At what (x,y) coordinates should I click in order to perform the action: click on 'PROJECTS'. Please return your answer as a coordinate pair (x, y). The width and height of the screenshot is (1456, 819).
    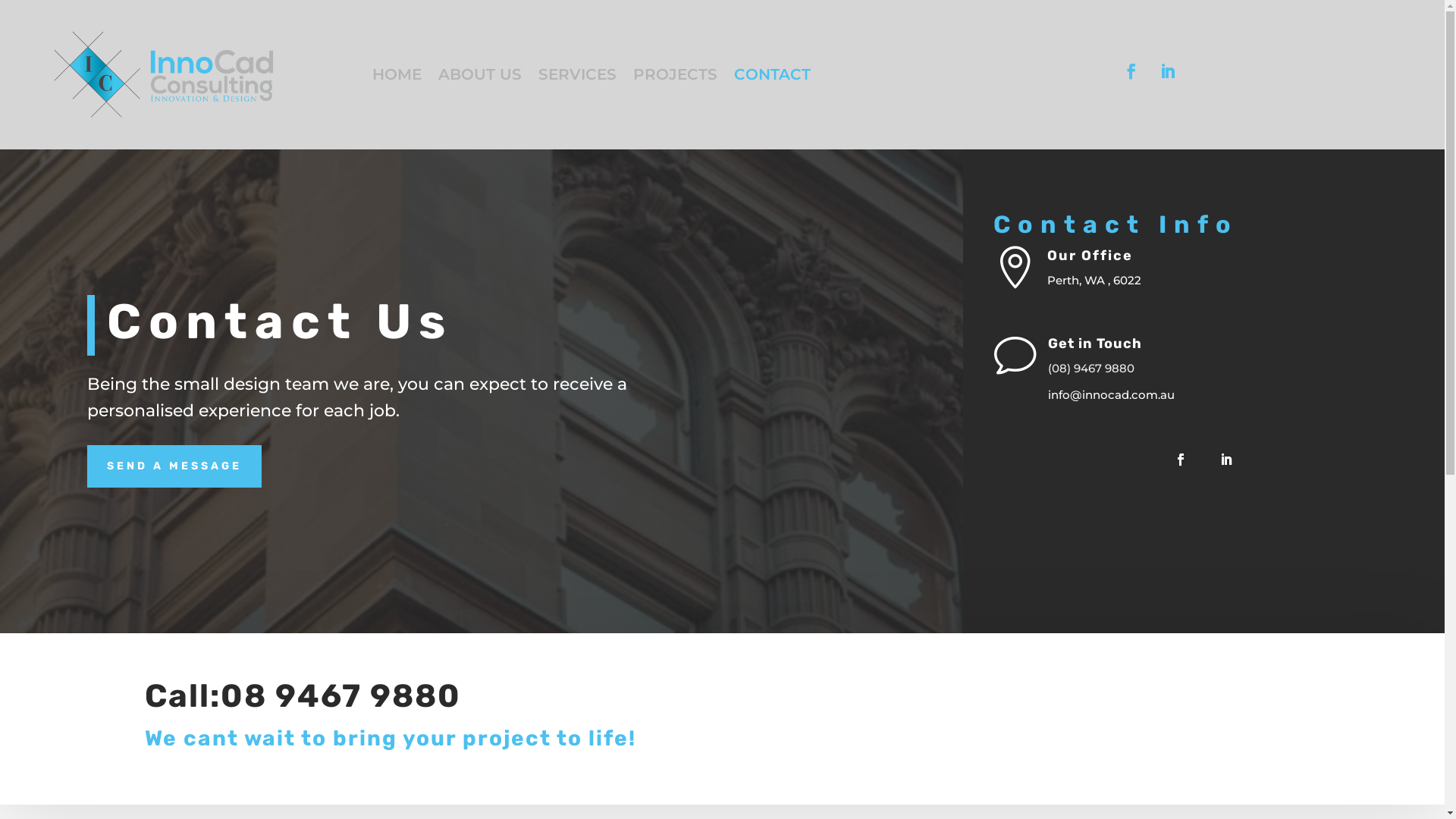
    Looking at the image, I should click on (633, 77).